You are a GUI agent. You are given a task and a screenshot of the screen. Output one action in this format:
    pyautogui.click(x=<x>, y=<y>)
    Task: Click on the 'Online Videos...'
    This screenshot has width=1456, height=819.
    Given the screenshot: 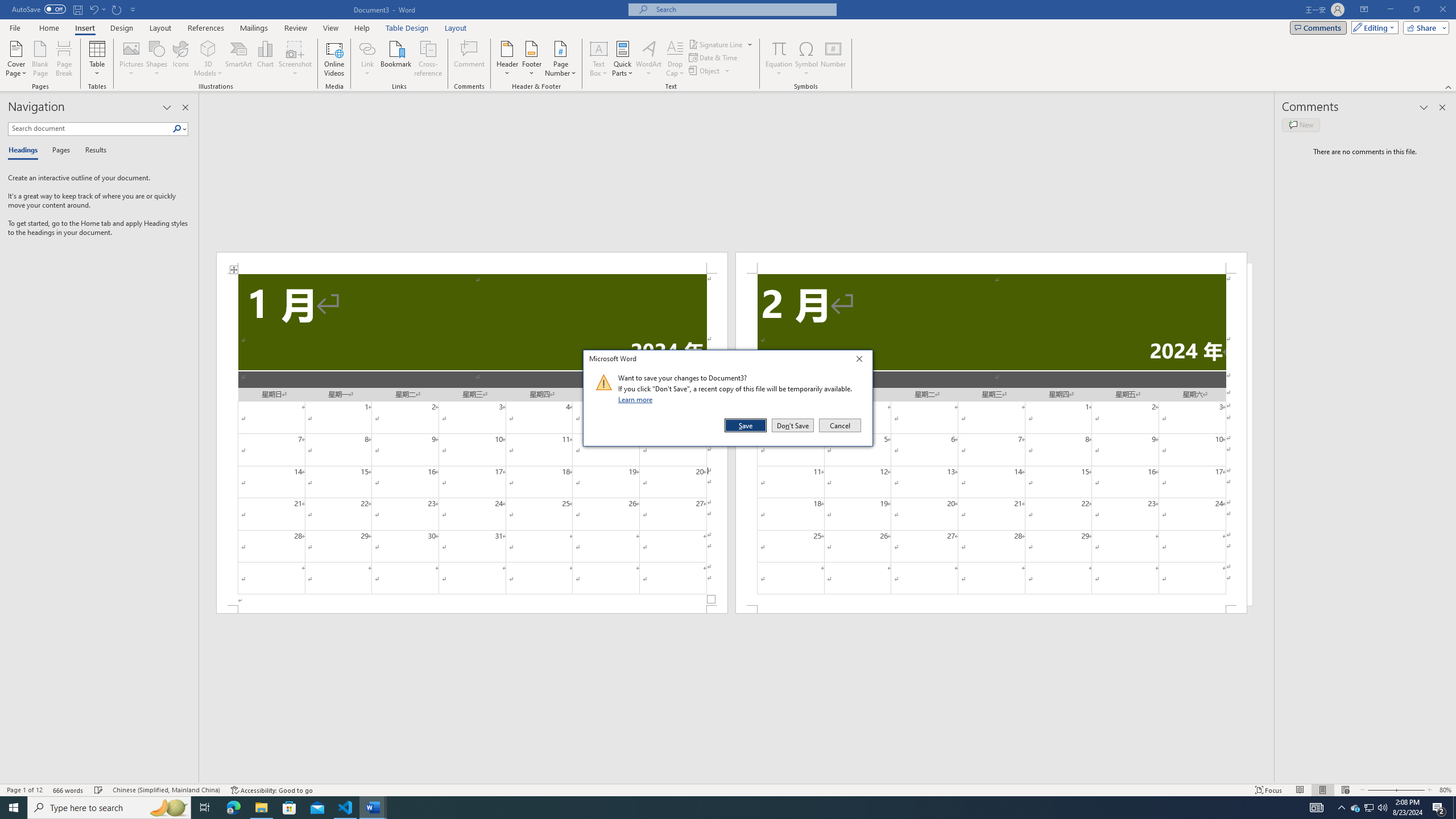 What is the action you would take?
    pyautogui.click(x=334, y=59)
    